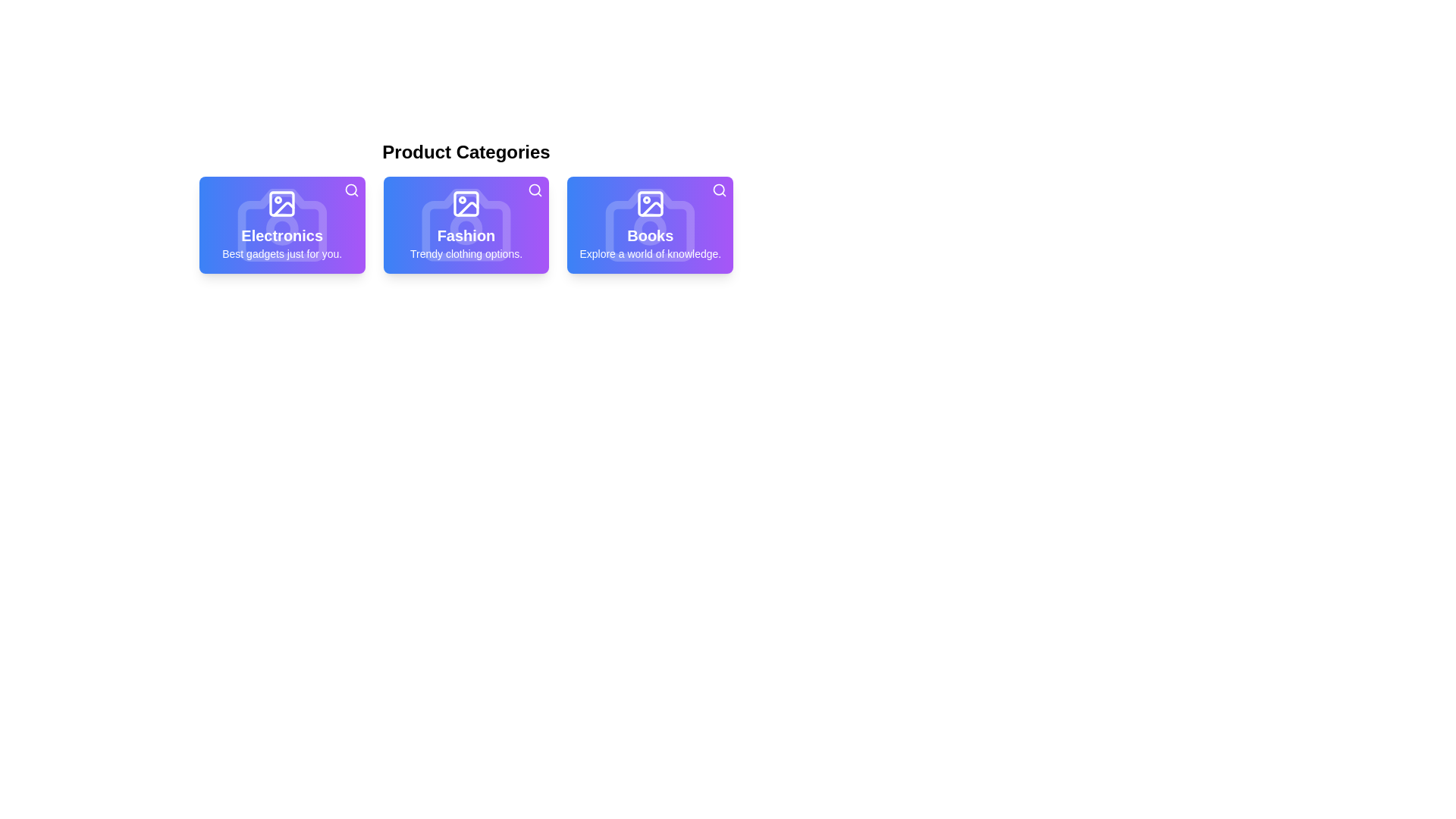 This screenshot has height=819, width=1456. What do you see at coordinates (282, 225) in the screenshot?
I see `the 'Electronics' card-style UI element located in the leftmost column of the grid layout` at bounding box center [282, 225].